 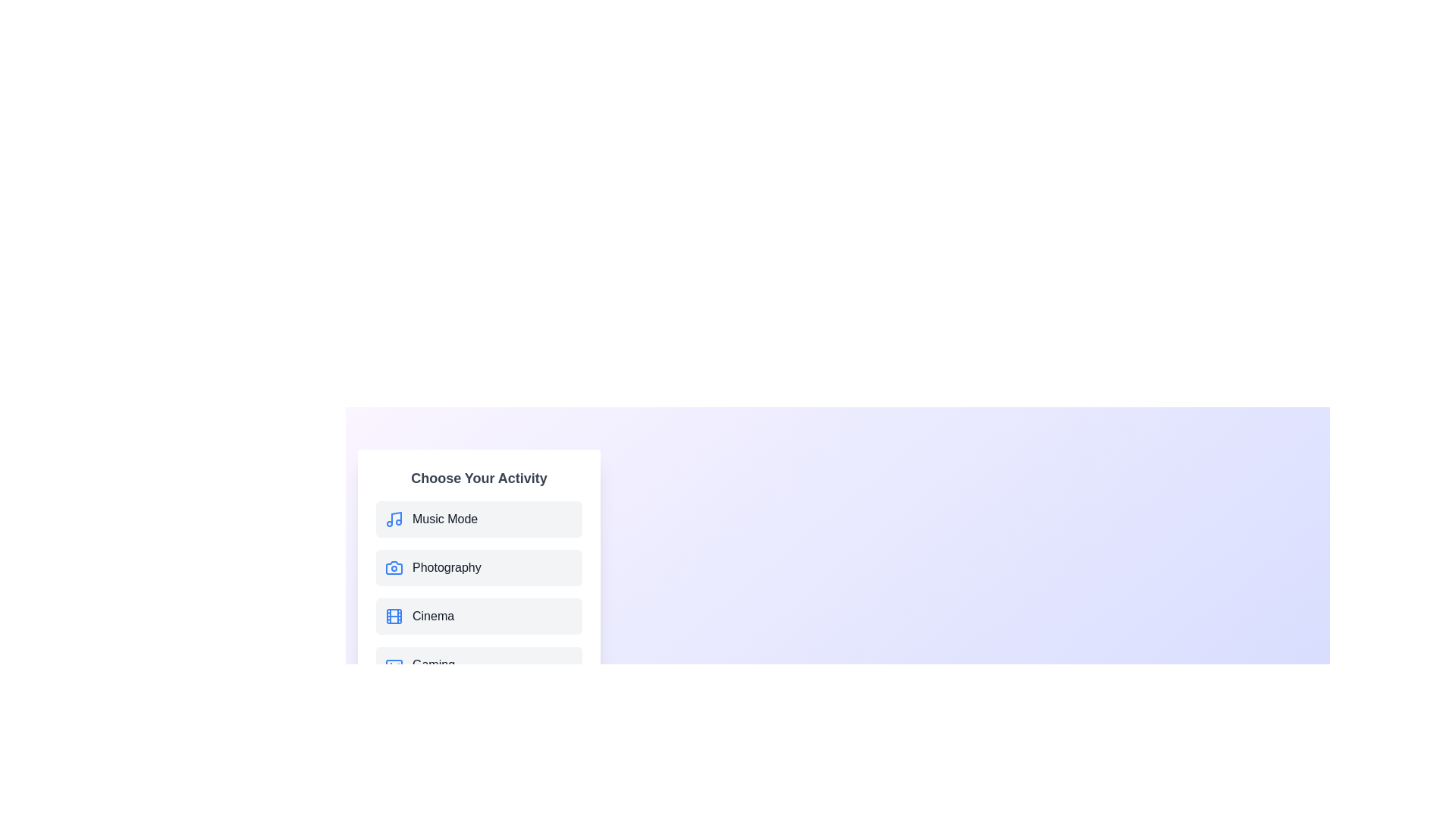 I want to click on the menu item labeled Music Mode to observe its hover effect, so click(x=479, y=519).